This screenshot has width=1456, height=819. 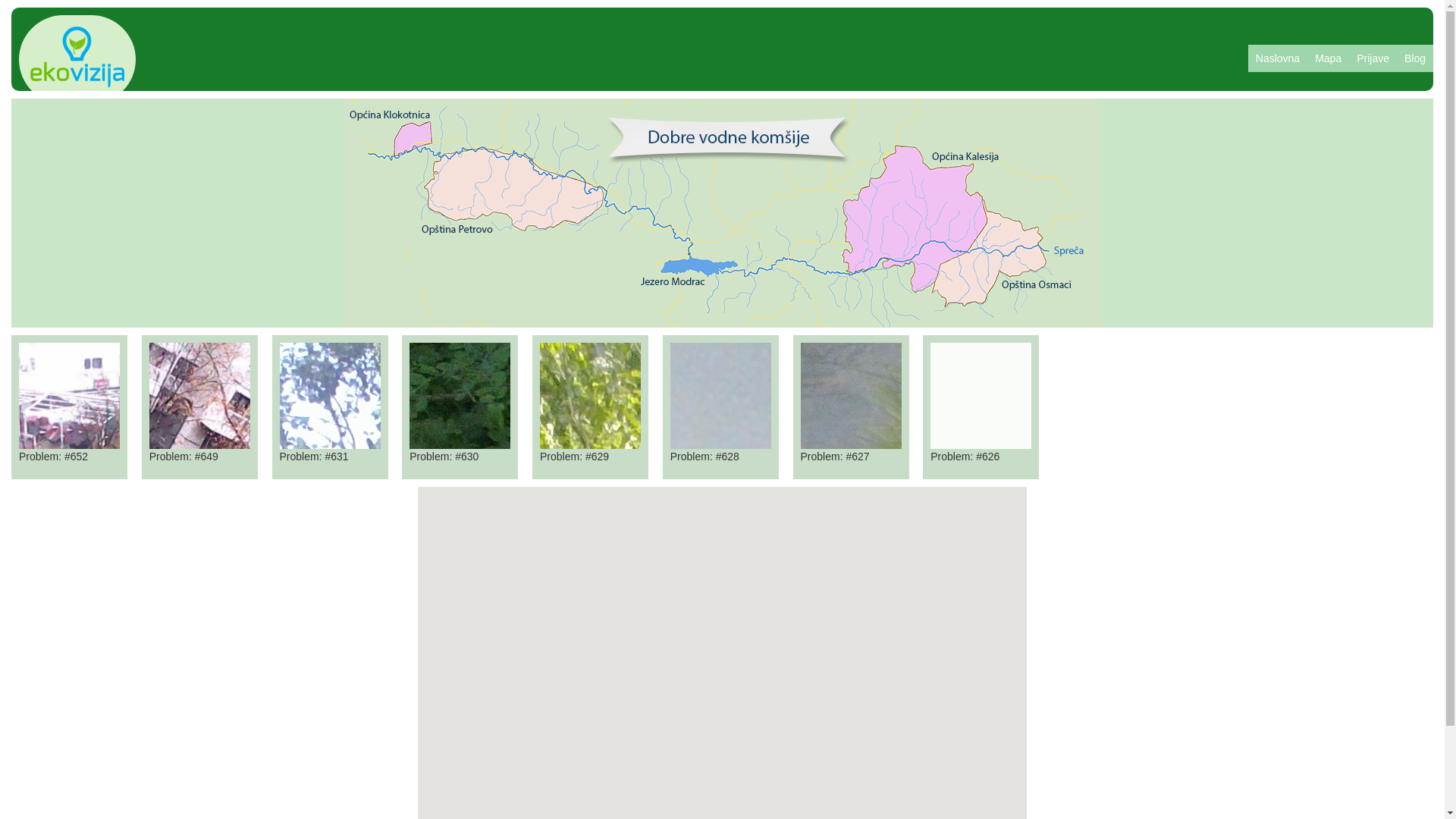 I want to click on 'Naslovna', so click(x=1276, y=58).